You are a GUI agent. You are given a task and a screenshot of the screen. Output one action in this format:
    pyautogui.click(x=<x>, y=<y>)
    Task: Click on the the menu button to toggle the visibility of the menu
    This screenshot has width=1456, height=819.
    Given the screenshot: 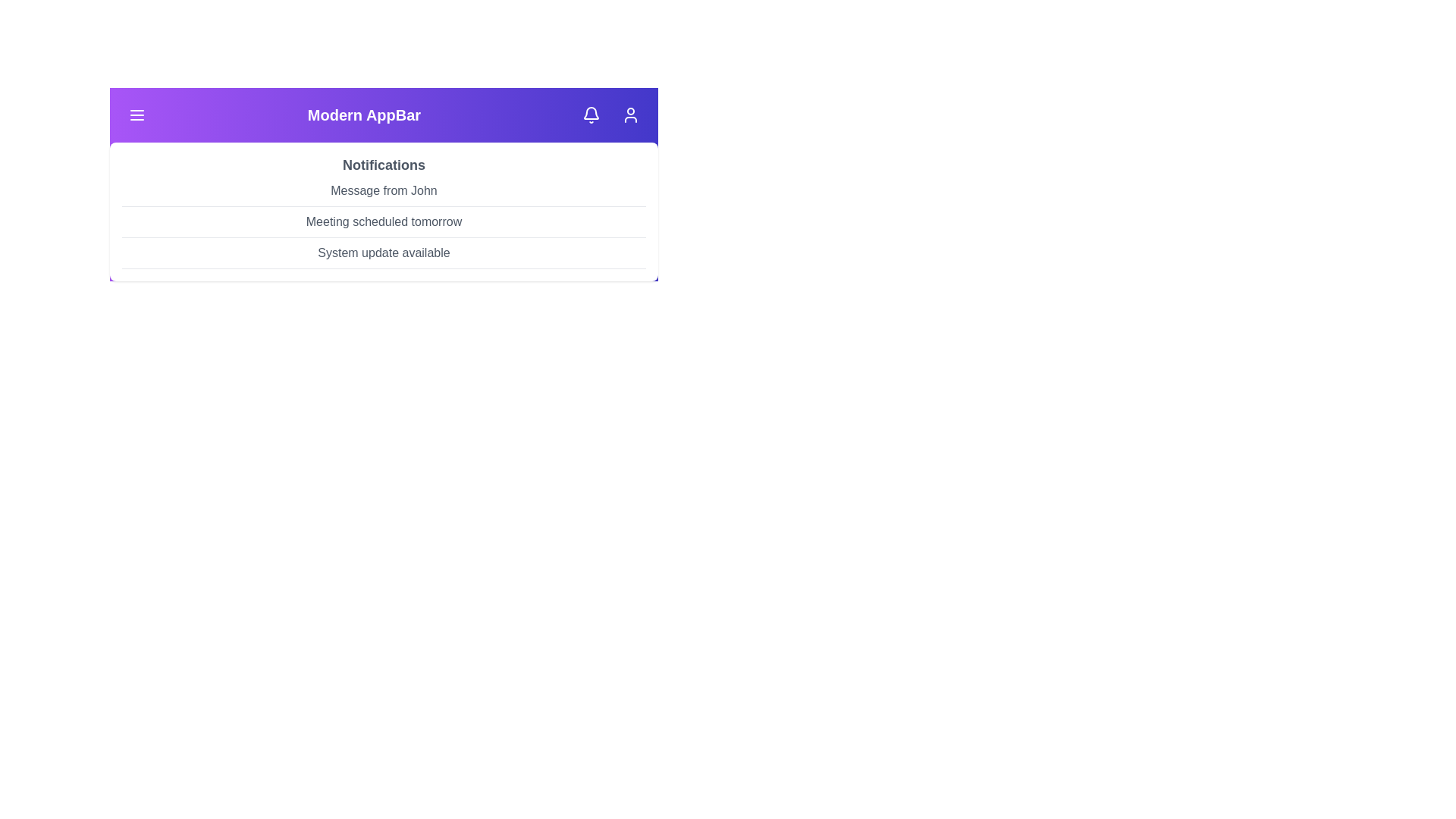 What is the action you would take?
    pyautogui.click(x=137, y=114)
    